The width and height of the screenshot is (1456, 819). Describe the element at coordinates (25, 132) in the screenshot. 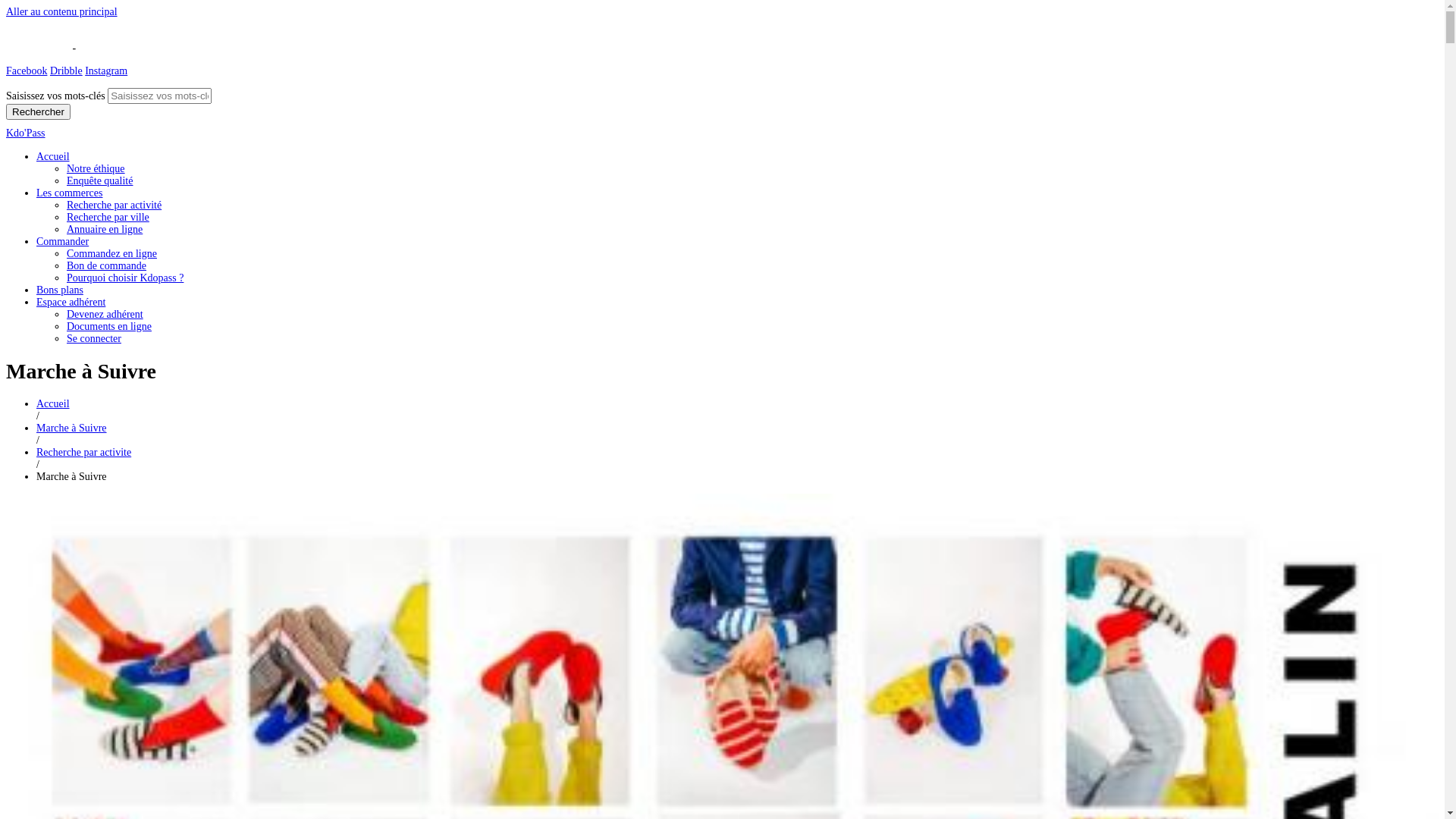

I see `'Kdo'Pass'` at that location.